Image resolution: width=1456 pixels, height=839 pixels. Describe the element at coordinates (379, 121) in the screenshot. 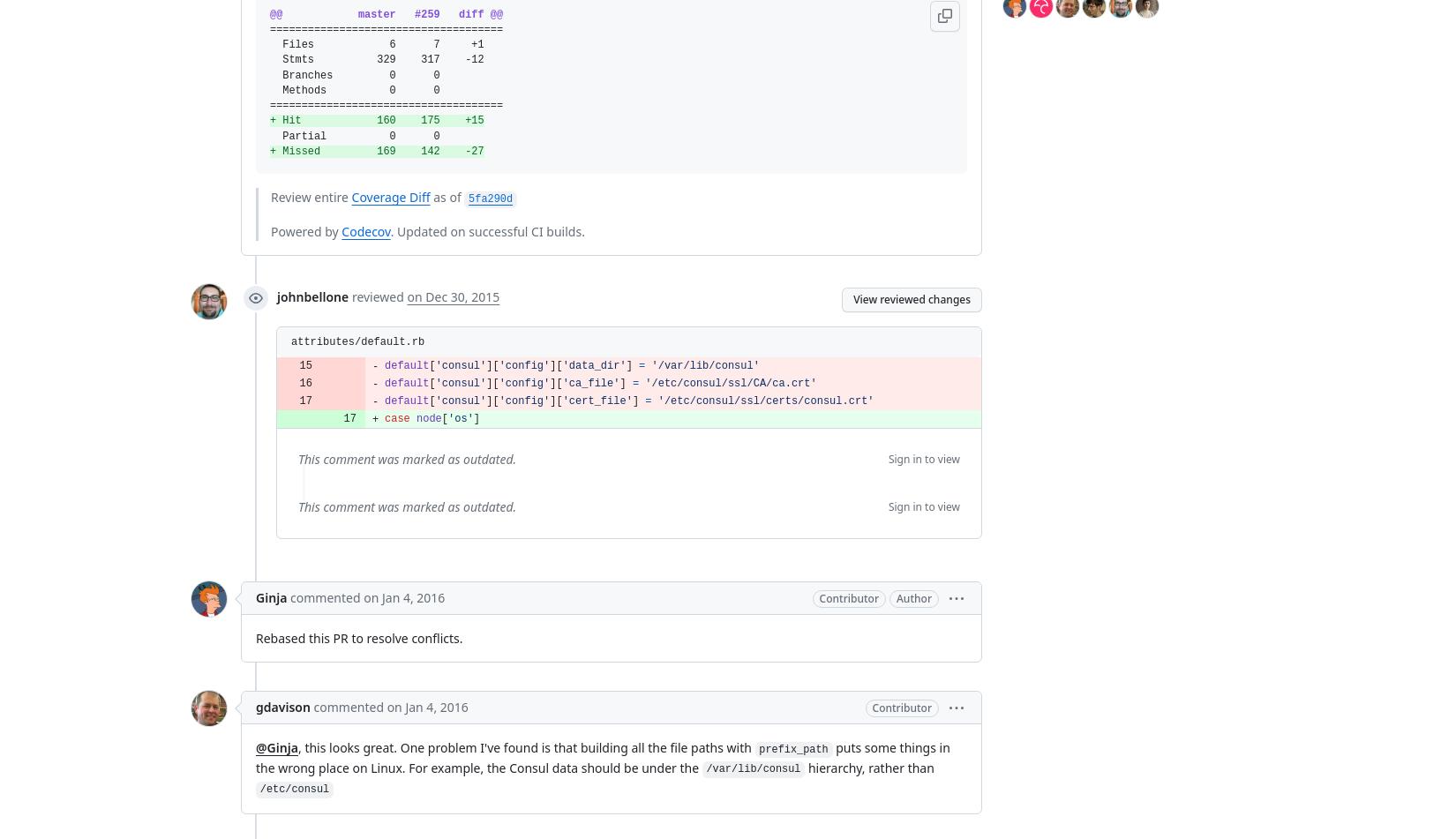

I see `'Hit            160    175    +15'` at that location.